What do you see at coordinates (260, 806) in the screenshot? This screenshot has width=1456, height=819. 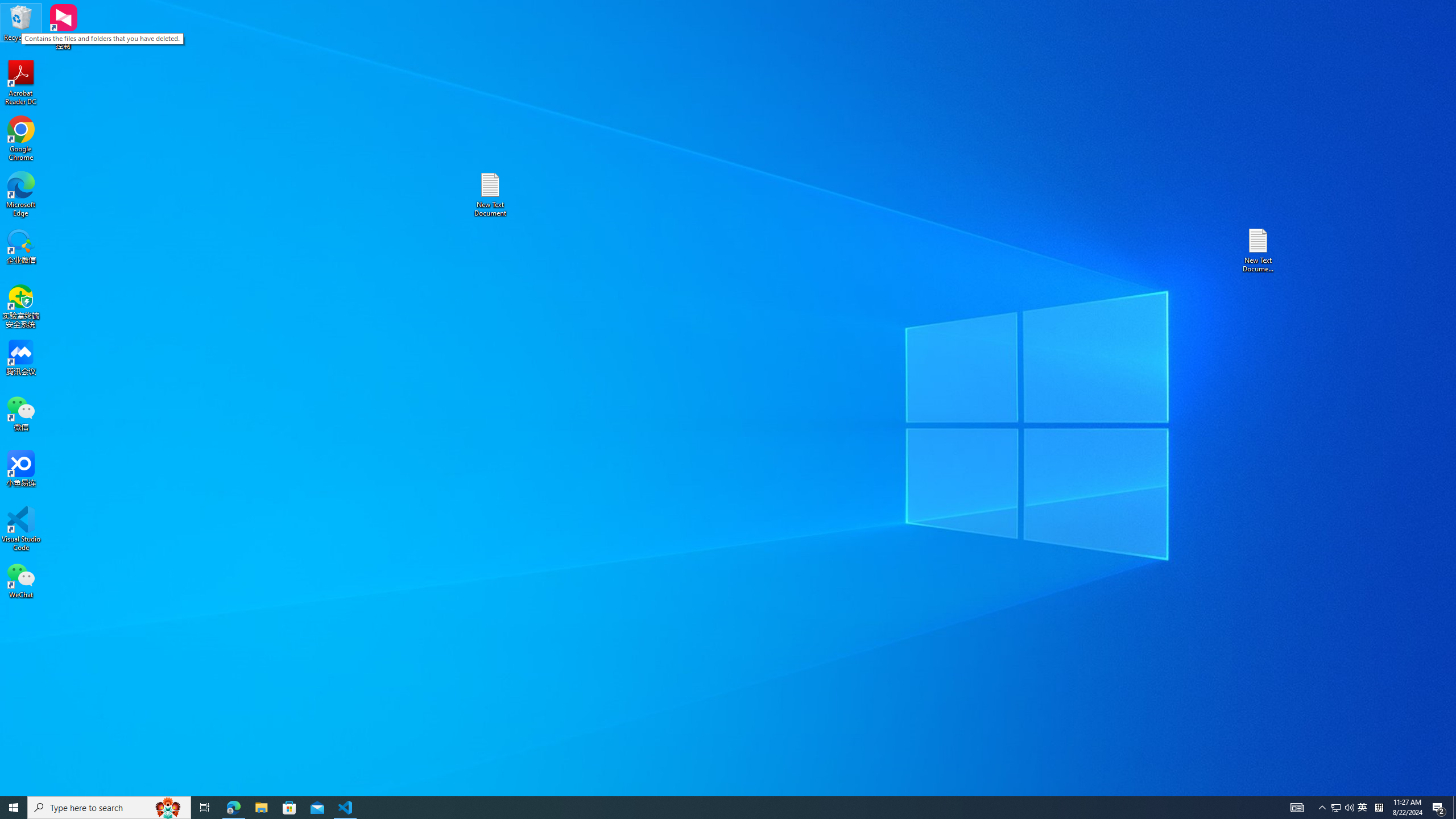 I see `'File Explorer'` at bounding box center [260, 806].